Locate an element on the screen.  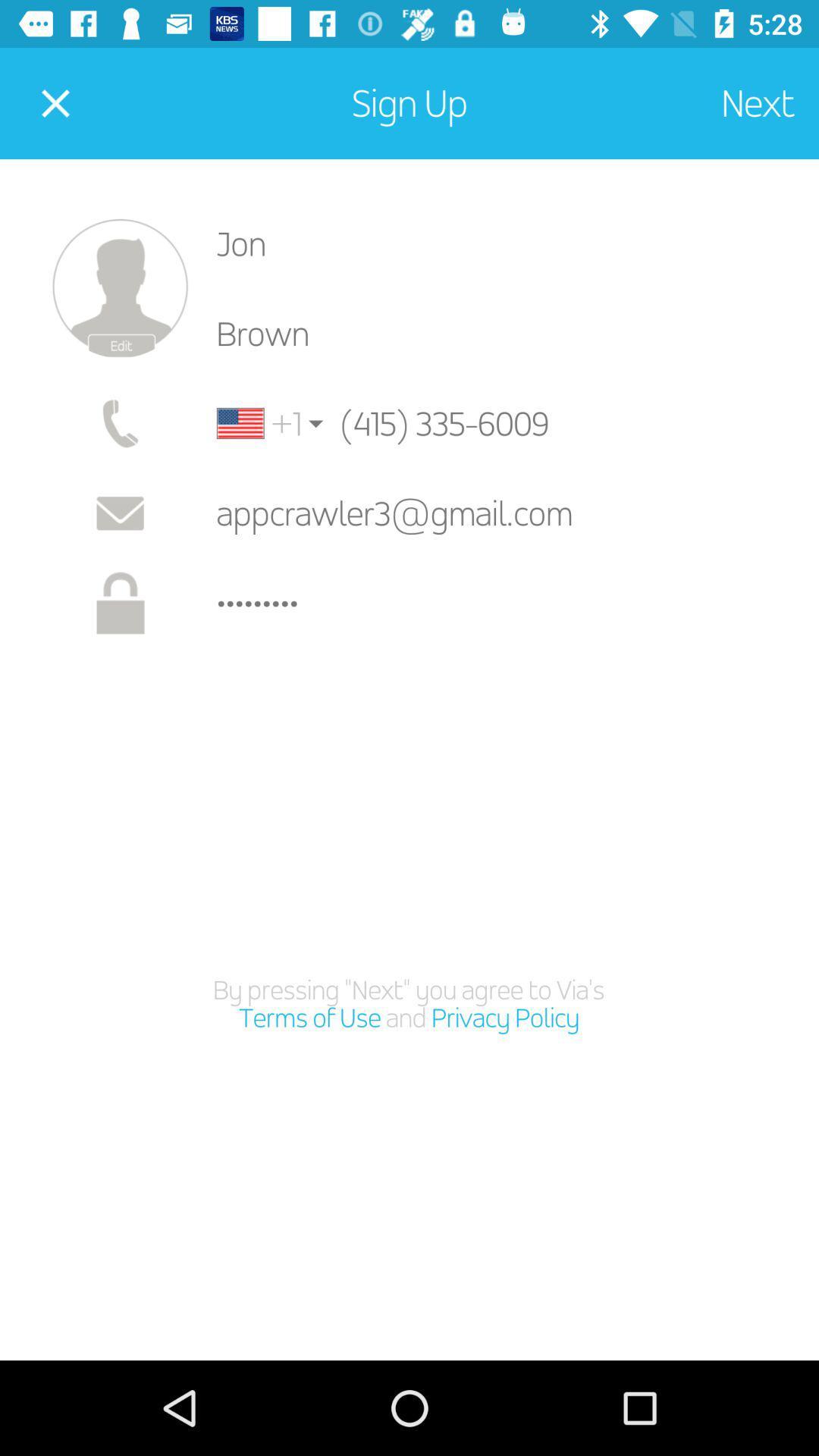
edit the profile image is located at coordinates (119, 288).